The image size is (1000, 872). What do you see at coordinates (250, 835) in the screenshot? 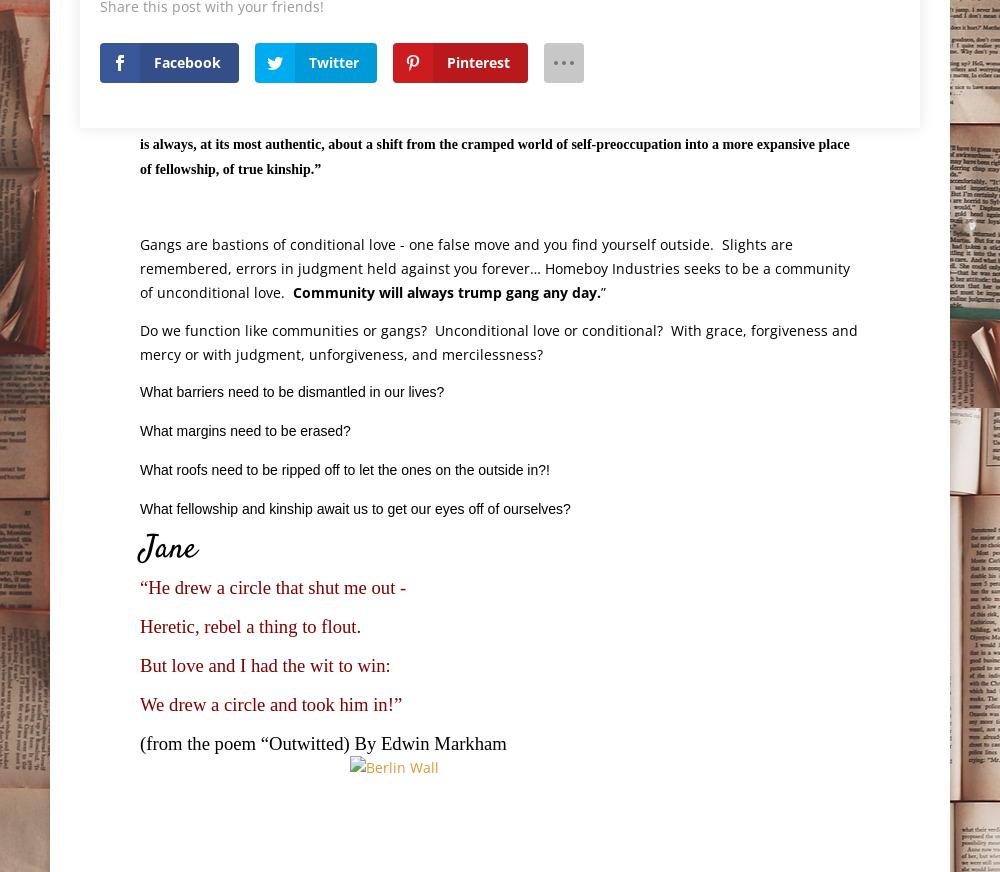
I see `'On Fire – “#7 – Are You Ready?”'` at bounding box center [250, 835].